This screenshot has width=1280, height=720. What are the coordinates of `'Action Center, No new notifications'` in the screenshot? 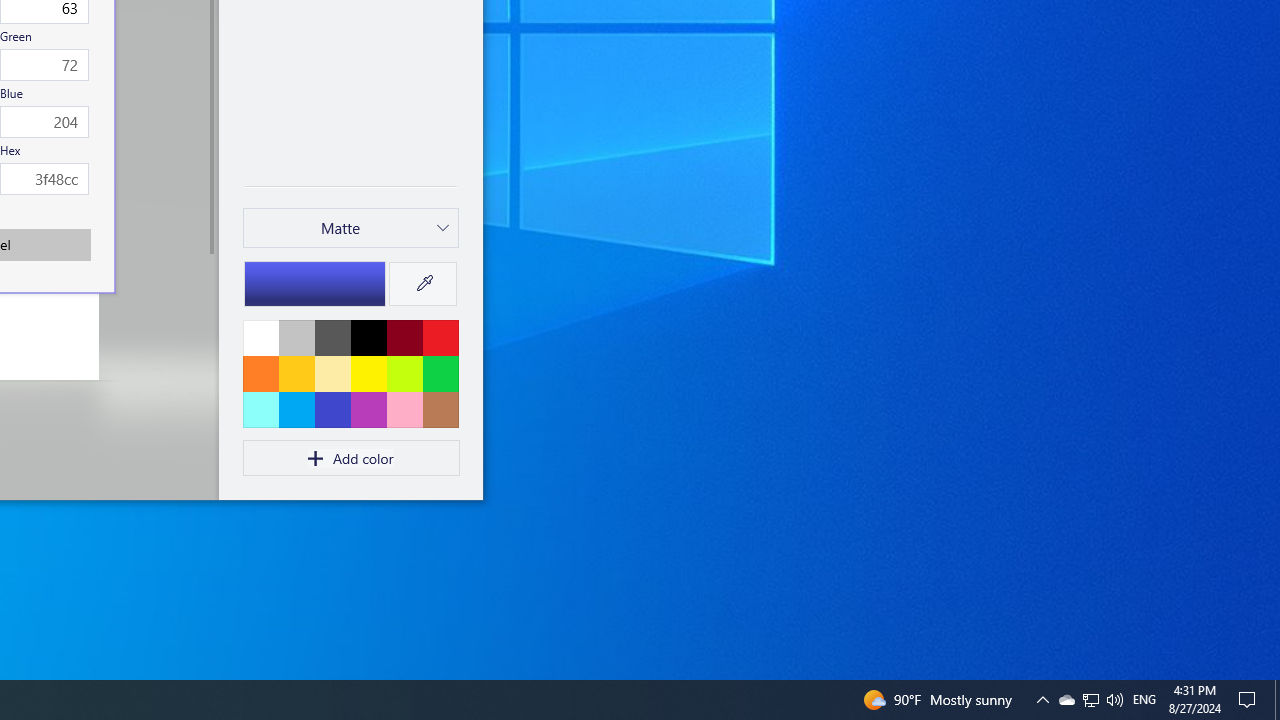 It's located at (1250, 698).